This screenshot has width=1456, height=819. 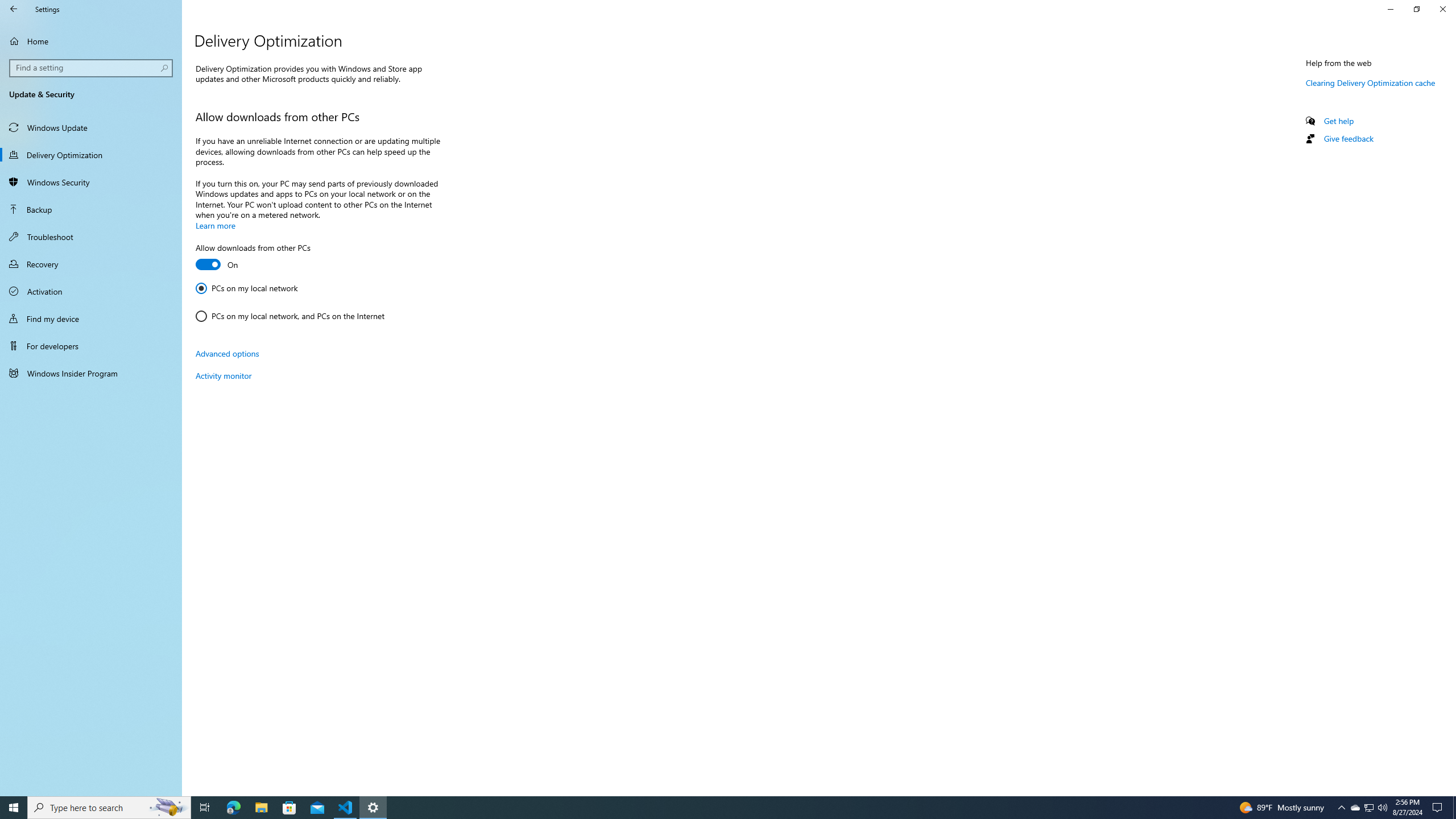 What do you see at coordinates (1454, 806) in the screenshot?
I see `'Show desktop'` at bounding box center [1454, 806].